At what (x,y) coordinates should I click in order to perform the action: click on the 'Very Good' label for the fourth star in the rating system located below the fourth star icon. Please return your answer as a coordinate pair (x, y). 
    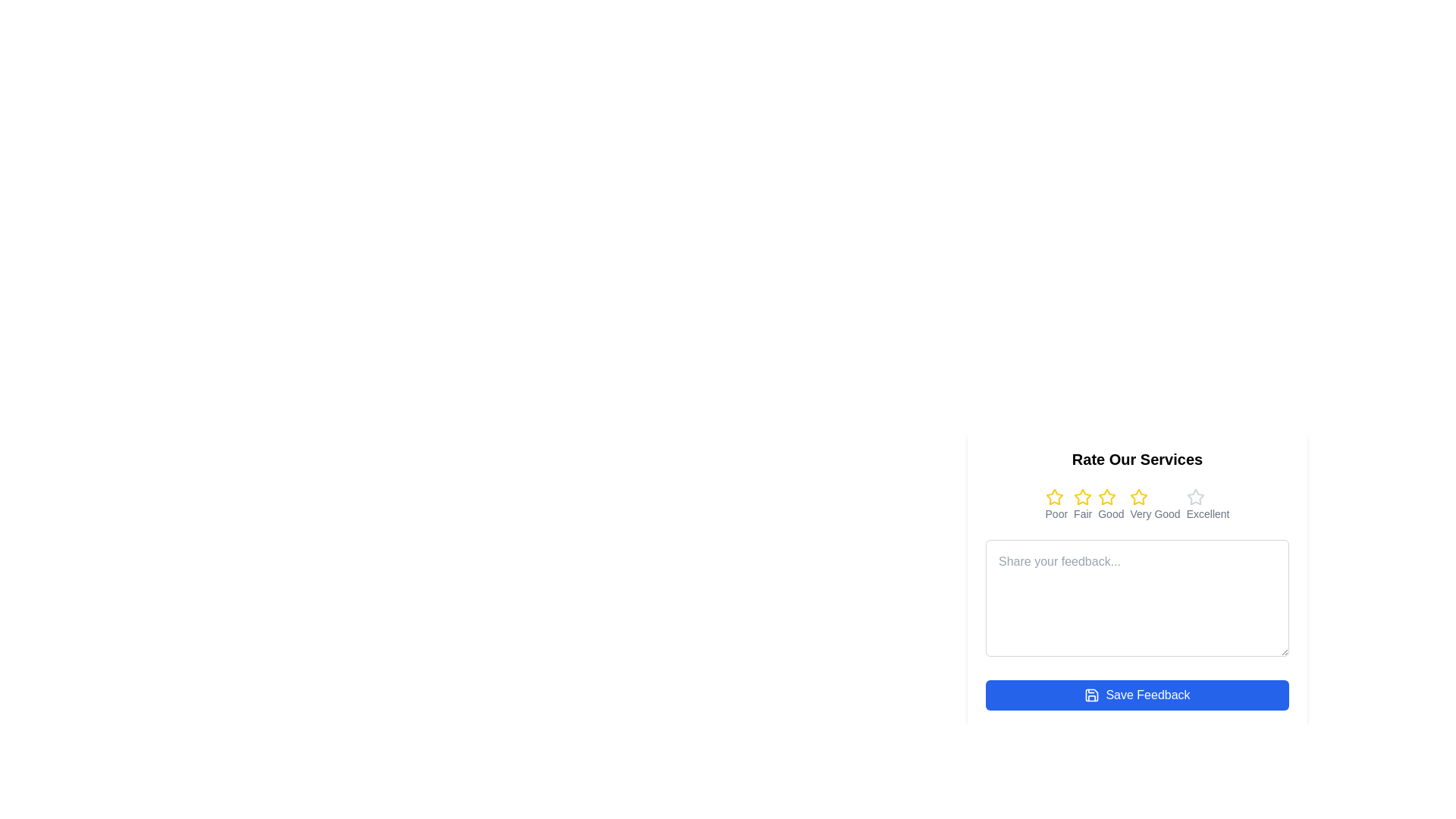
    Looking at the image, I should click on (1154, 513).